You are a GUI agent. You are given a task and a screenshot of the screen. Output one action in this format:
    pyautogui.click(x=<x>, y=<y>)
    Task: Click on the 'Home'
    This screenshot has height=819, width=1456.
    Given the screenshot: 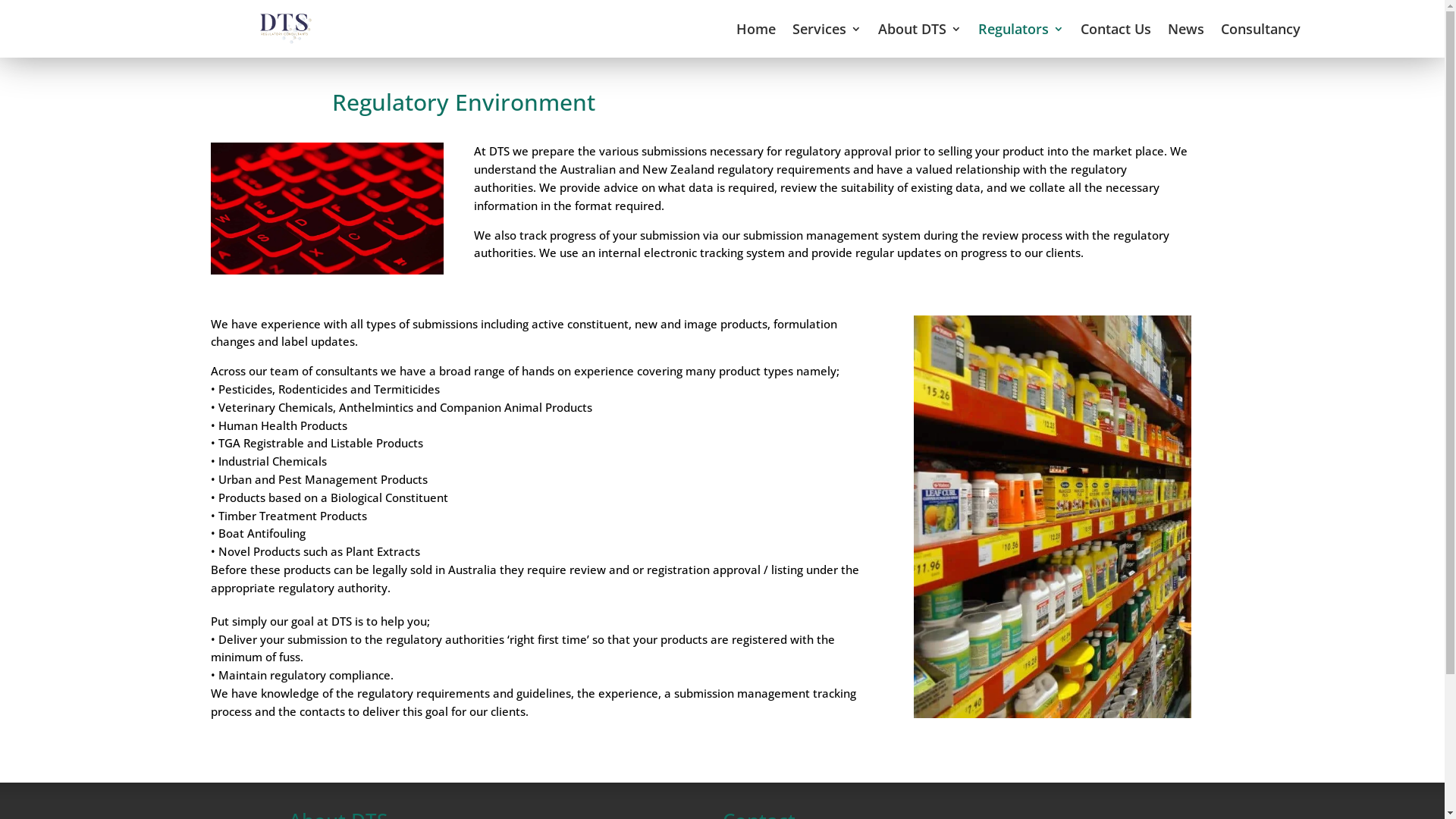 What is the action you would take?
    pyautogui.click(x=735, y=29)
    